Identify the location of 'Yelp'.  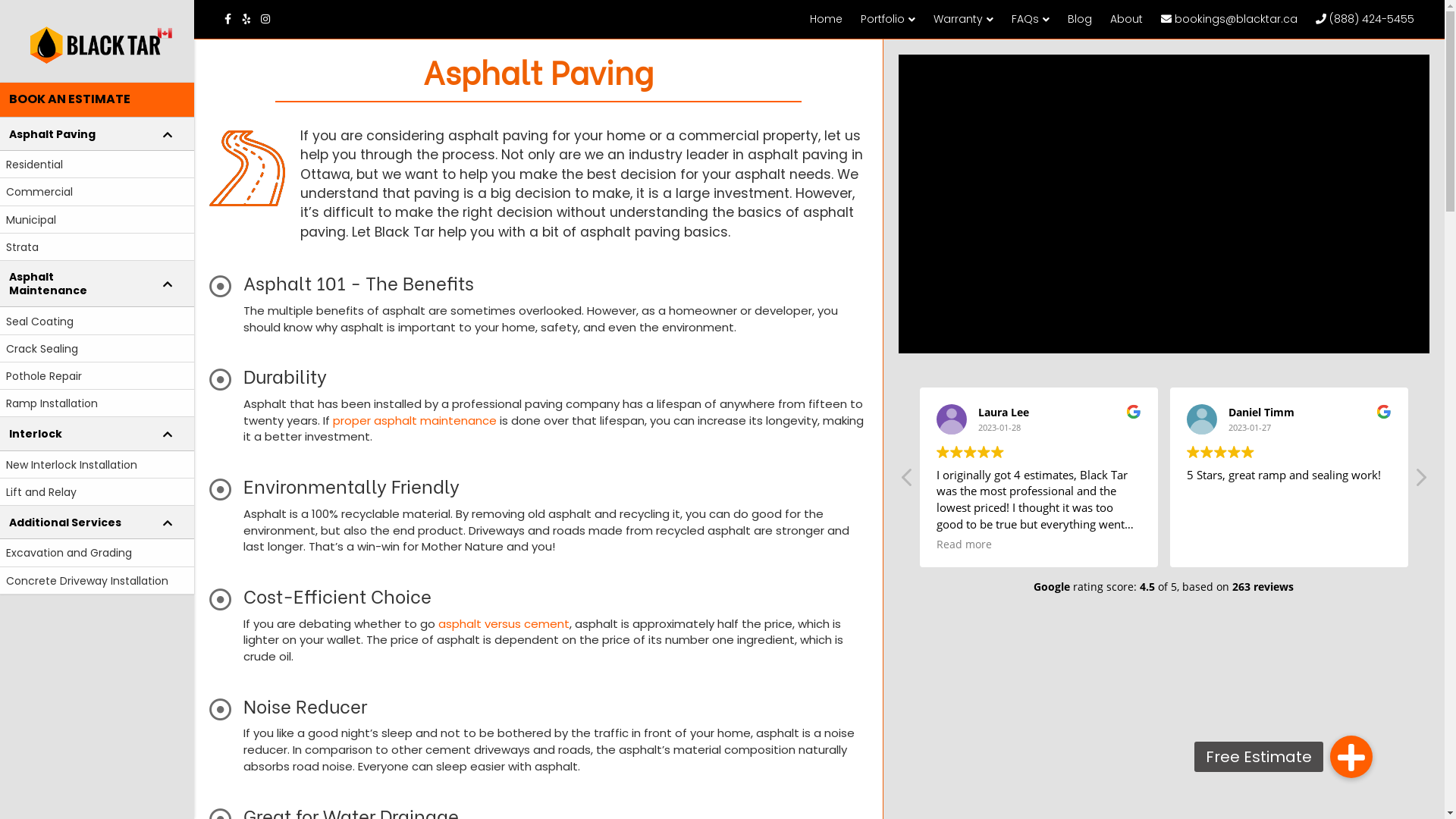
(251, 17).